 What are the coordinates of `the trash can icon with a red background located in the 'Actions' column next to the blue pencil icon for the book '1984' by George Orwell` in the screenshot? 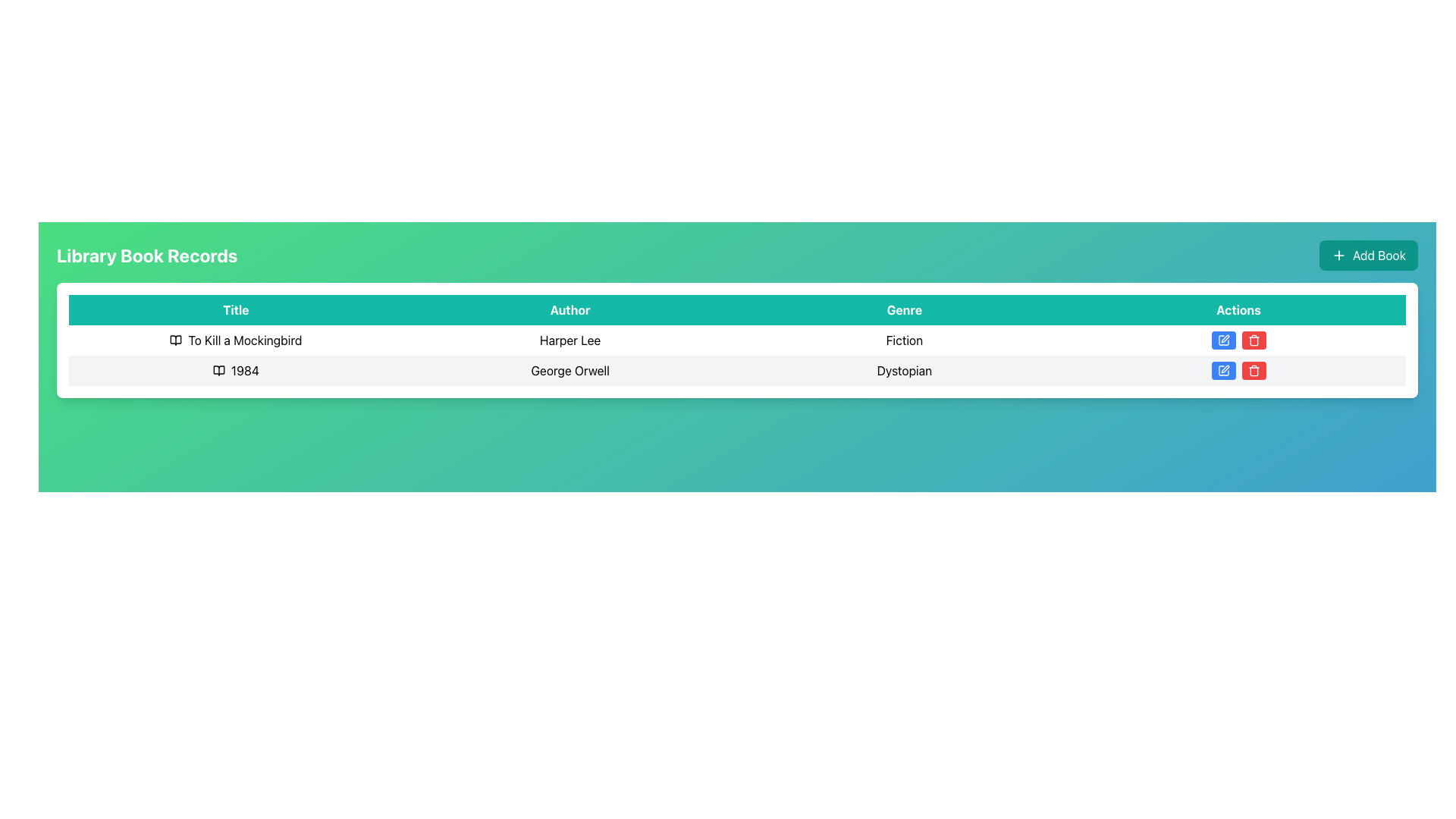 It's located at (1254, 339).